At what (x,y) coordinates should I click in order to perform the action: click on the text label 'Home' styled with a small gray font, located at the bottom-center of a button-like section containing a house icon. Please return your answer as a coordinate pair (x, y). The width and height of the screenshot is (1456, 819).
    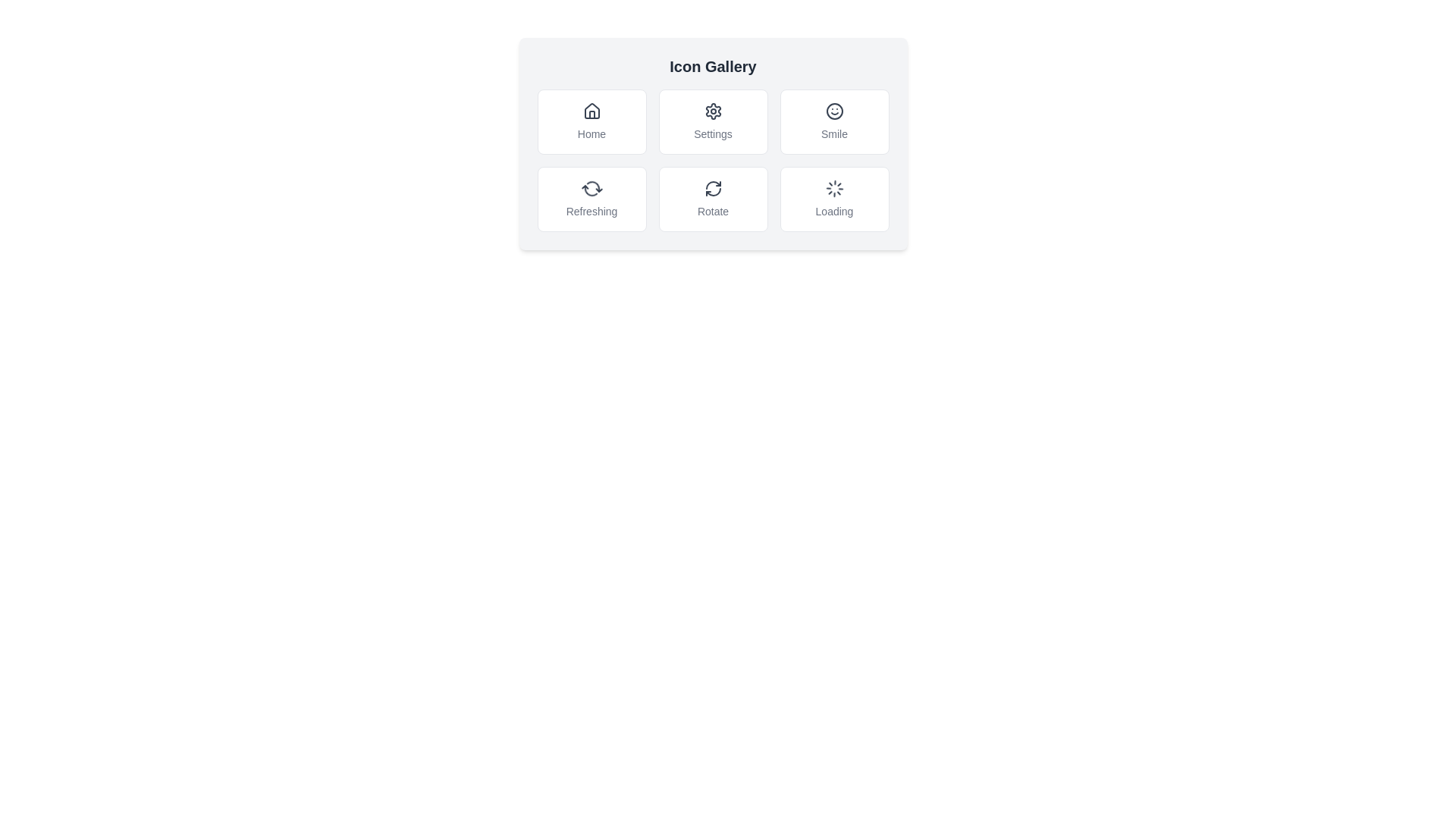
    Looking at the image, I should click on (591, 133).